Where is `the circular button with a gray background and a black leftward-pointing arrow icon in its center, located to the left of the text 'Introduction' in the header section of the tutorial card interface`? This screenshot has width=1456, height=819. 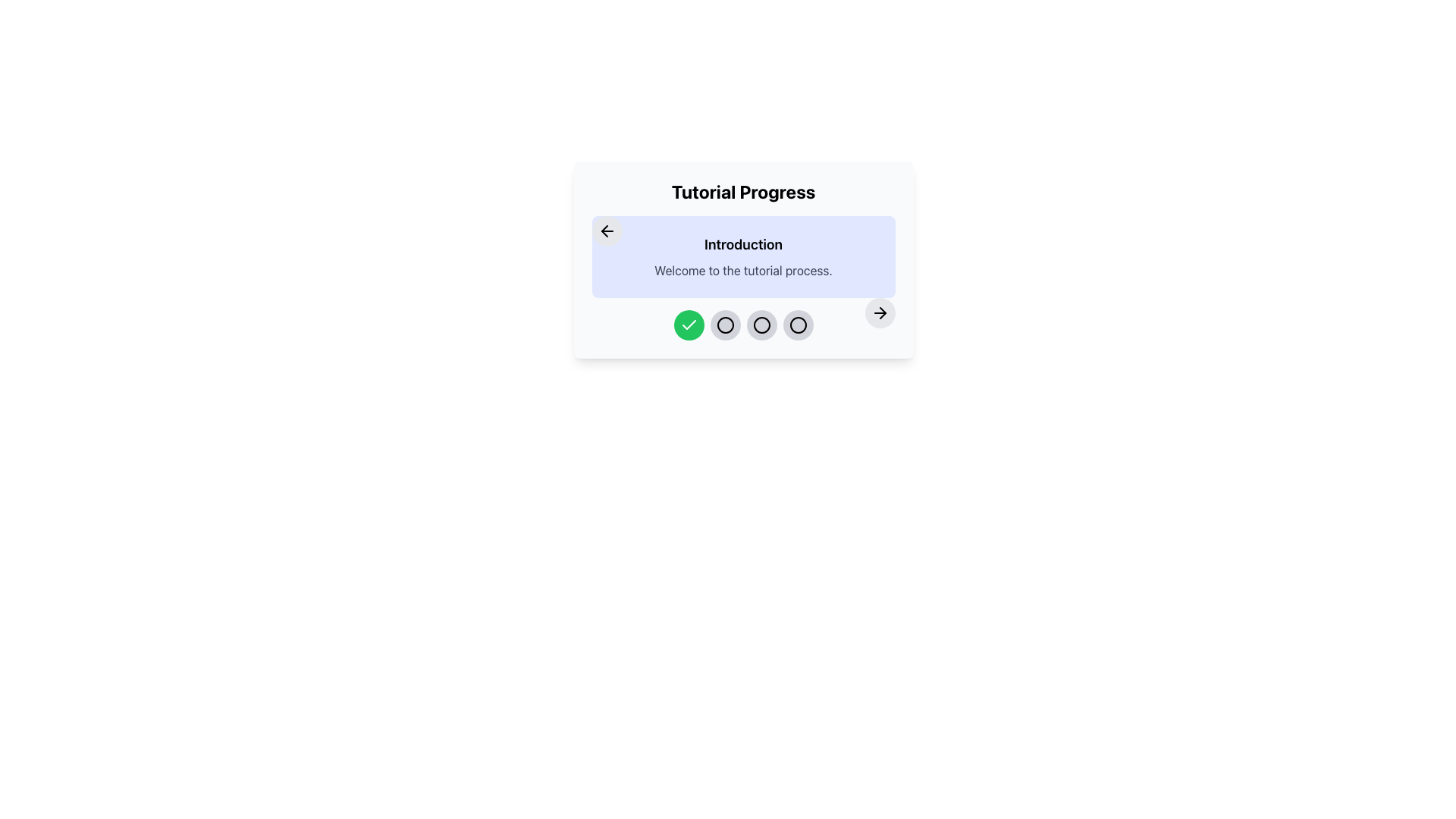 the circular button with a gray background and a black leftward-pointing arrow icon in its center, located to the left of the text 'Introduction' in the header section of the tutorial card interface is located at coordinates (607, 231).